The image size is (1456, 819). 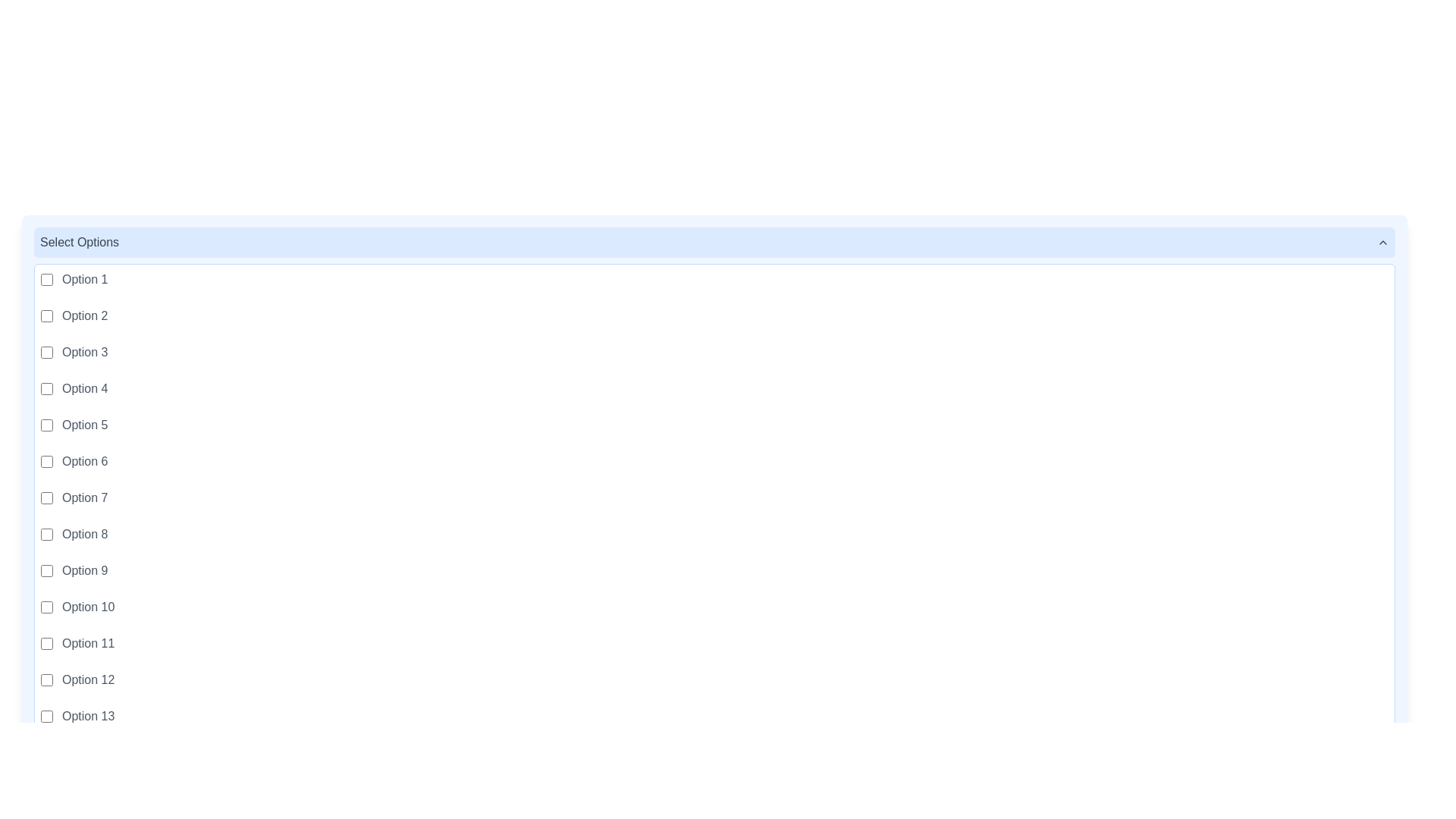 I want to click on the checkbox for keyboard navigation, so click(x=47, y=497).